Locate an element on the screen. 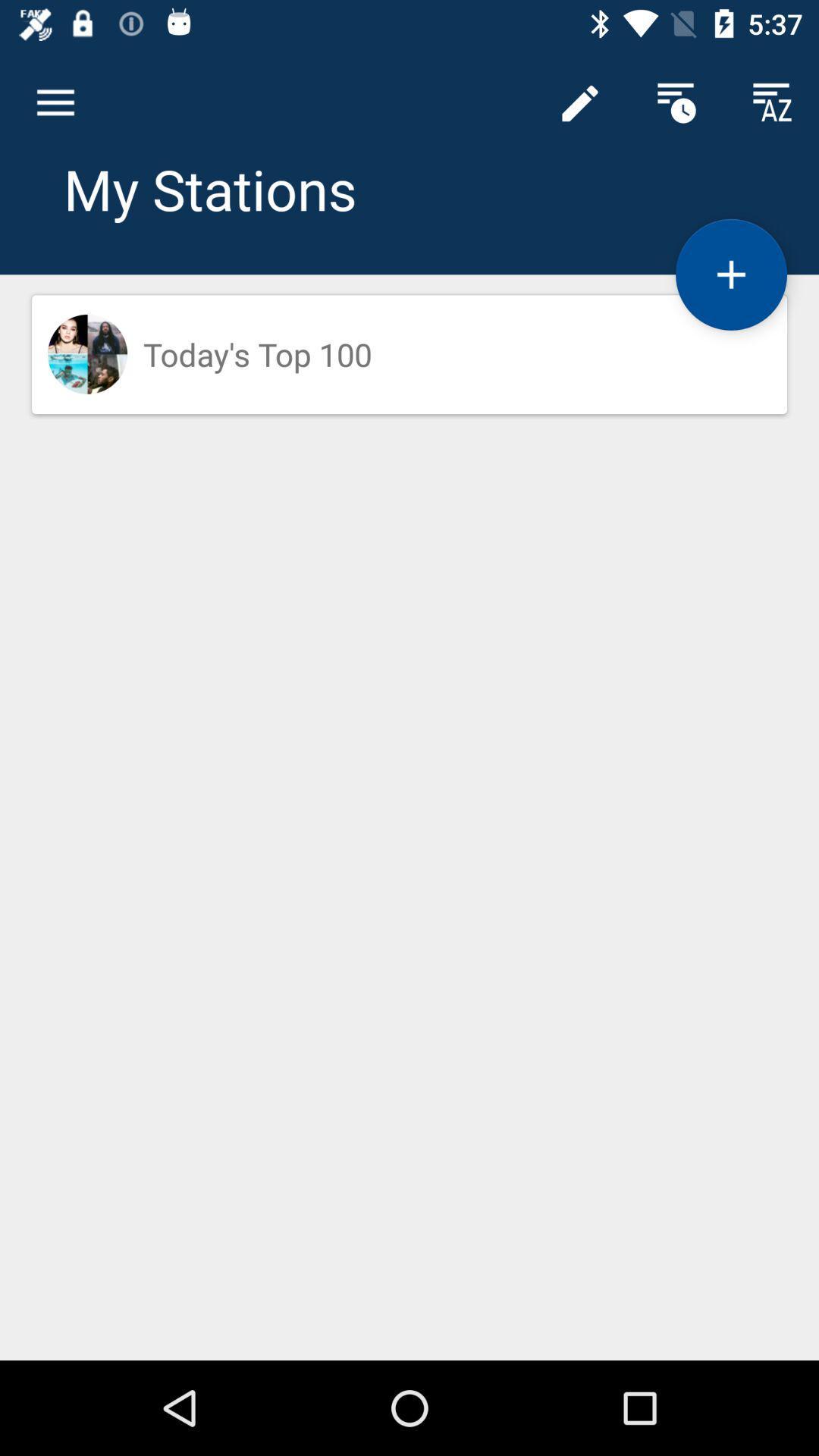 The image size is (819, 1456). the add icon is located at coordinates (730, 275).